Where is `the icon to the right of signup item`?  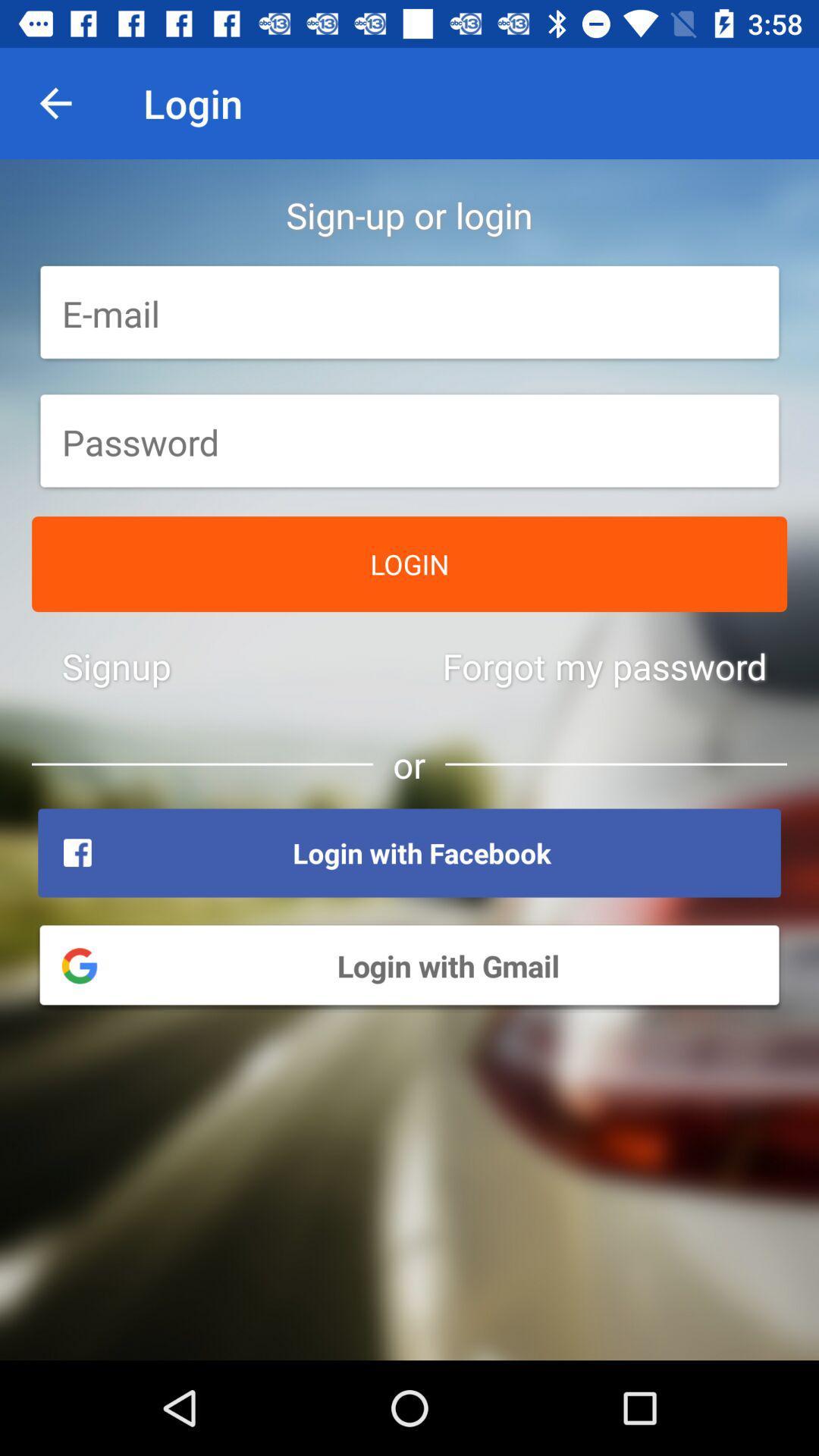
the icon to the right of signup item is located at coordinates (604, 666).